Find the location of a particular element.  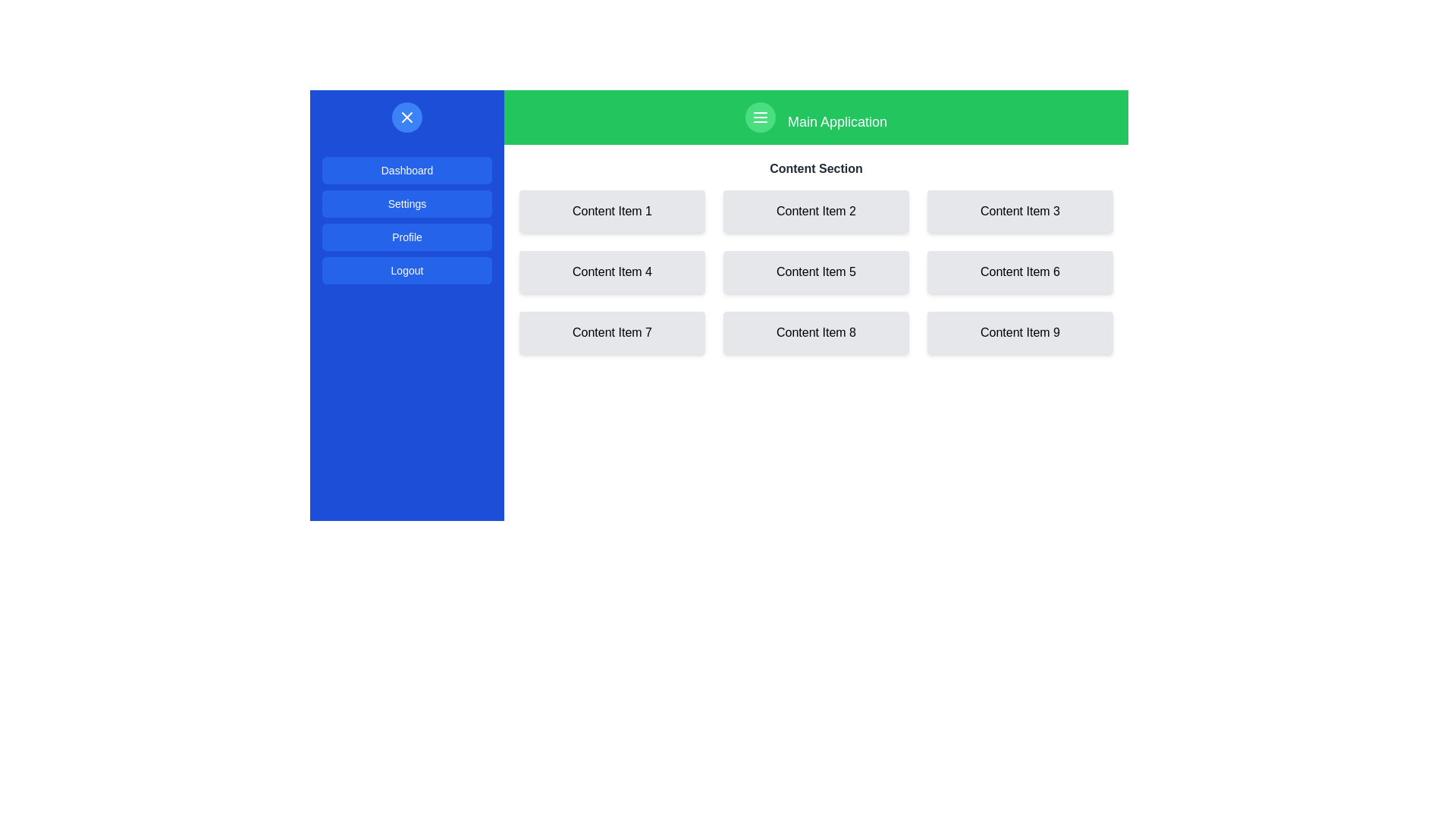

text content of the heading or title Text label located in the center-right area of the green header bar, aligned horizontally to the menu icon is located at coordinates (836, 121).